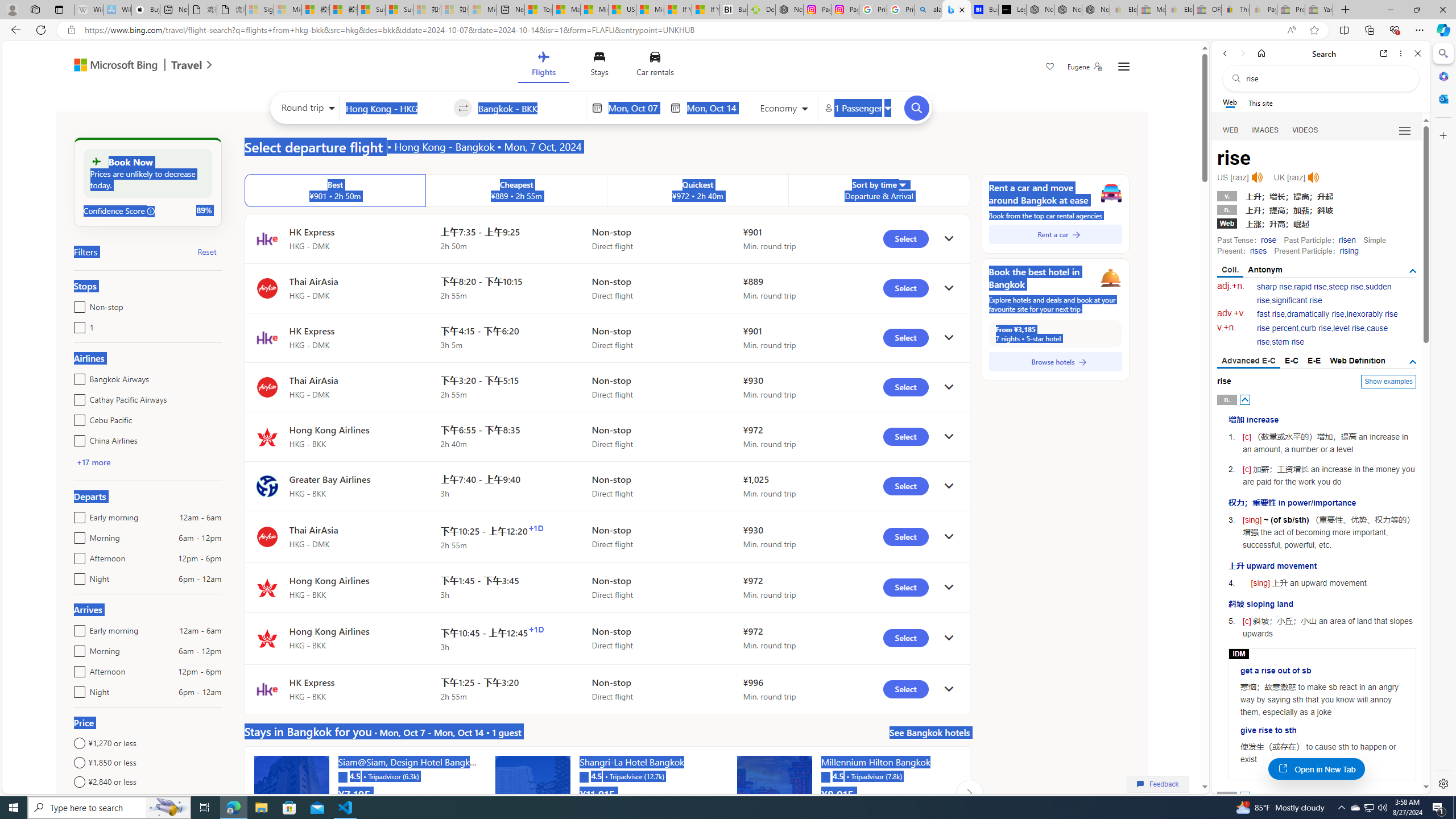 Image resolution: width=1456 pixels, height=819 pixels. Describe the element at coordinates (1345, 286) in the screenshot. I see `'steep rise'` at that location.